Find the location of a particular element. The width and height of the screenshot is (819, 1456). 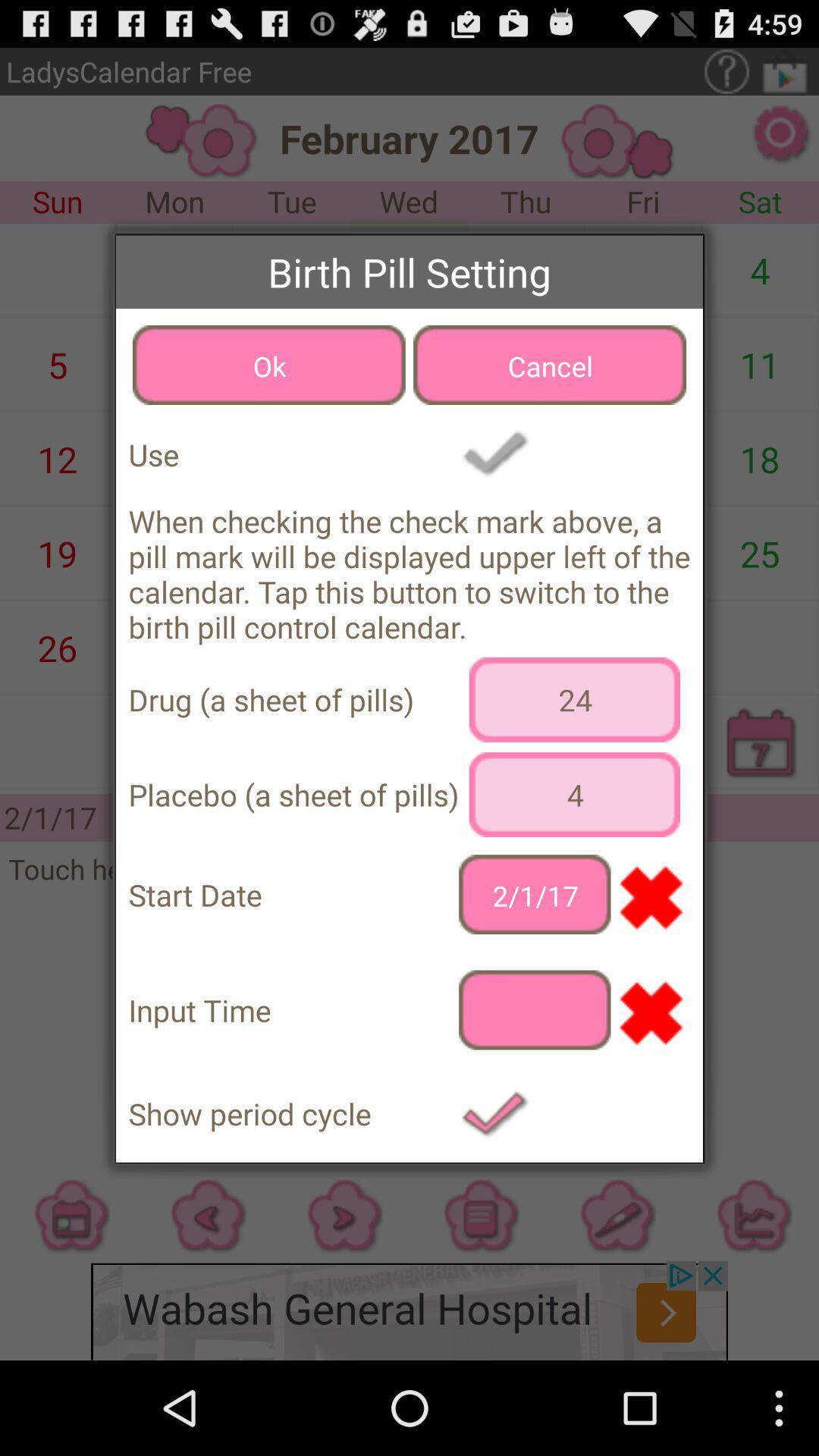

item above input time app is located at coordinates (534, 894).